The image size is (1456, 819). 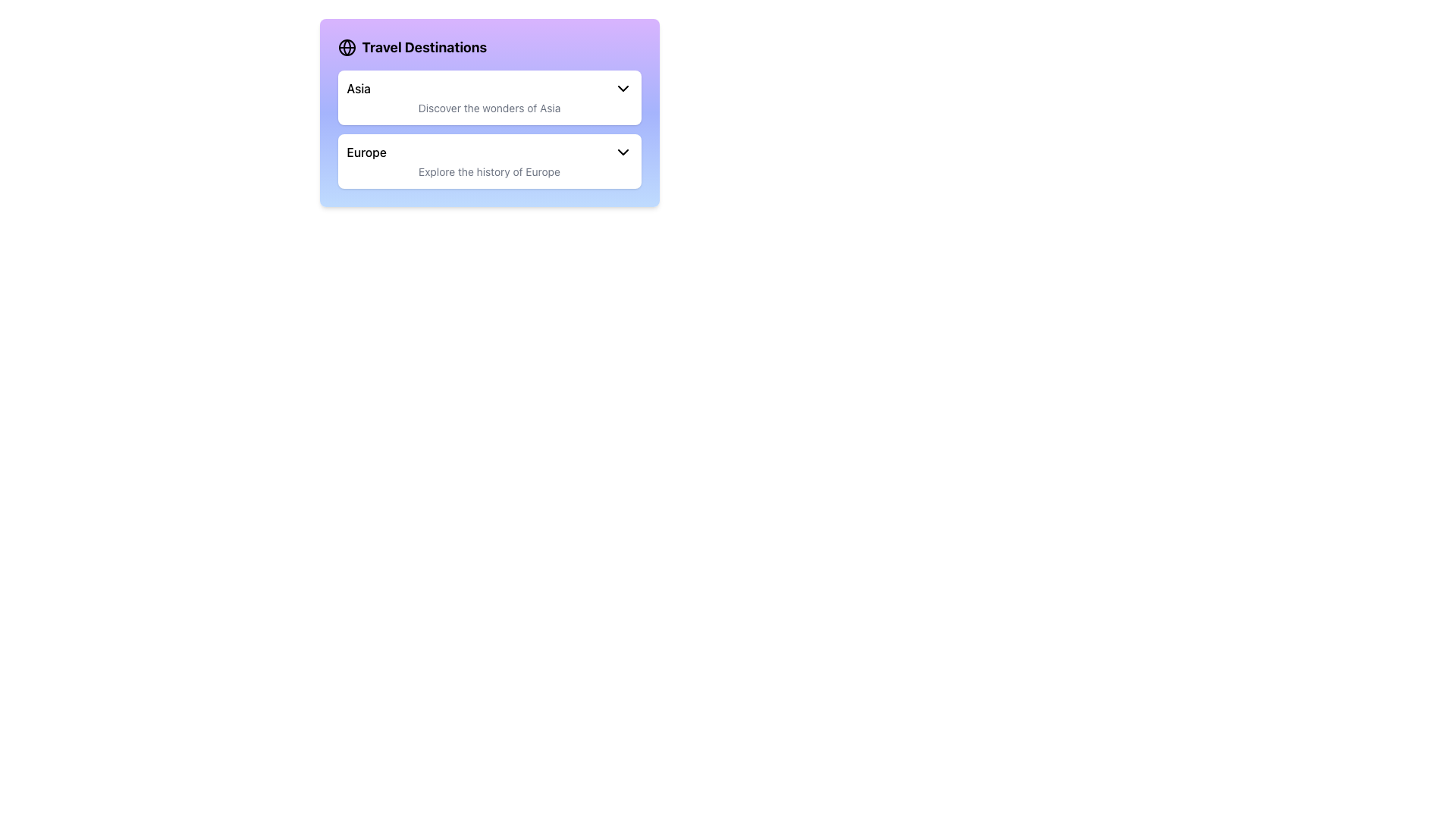 I want to click on the downward chevron arrow icon next to the label 'Asia', so click(x=623, y=88).